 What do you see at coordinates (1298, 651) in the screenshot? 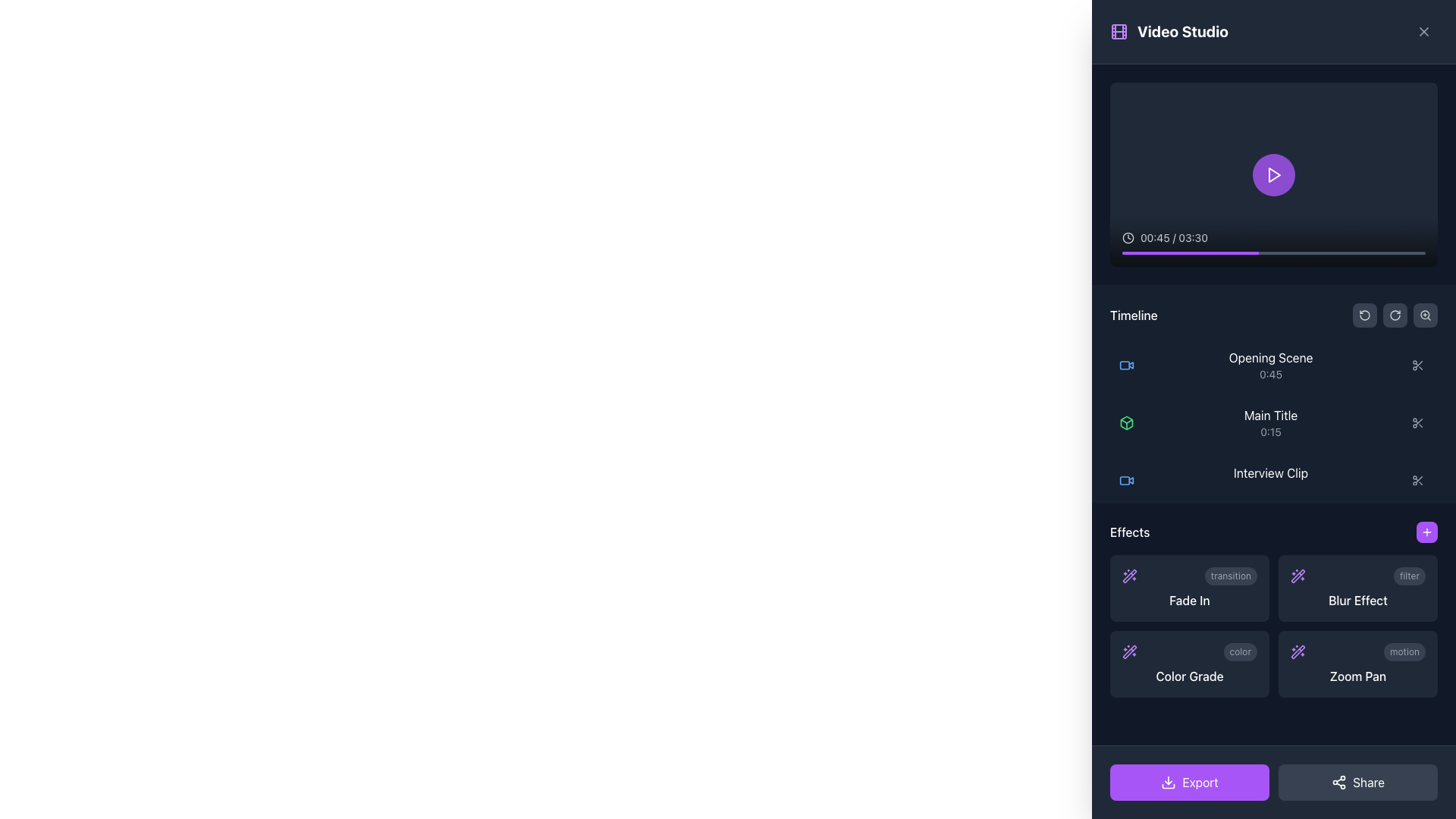
I see `the Decorative icon resembling a wand with sparkles` at bounding box center [1298, 651].